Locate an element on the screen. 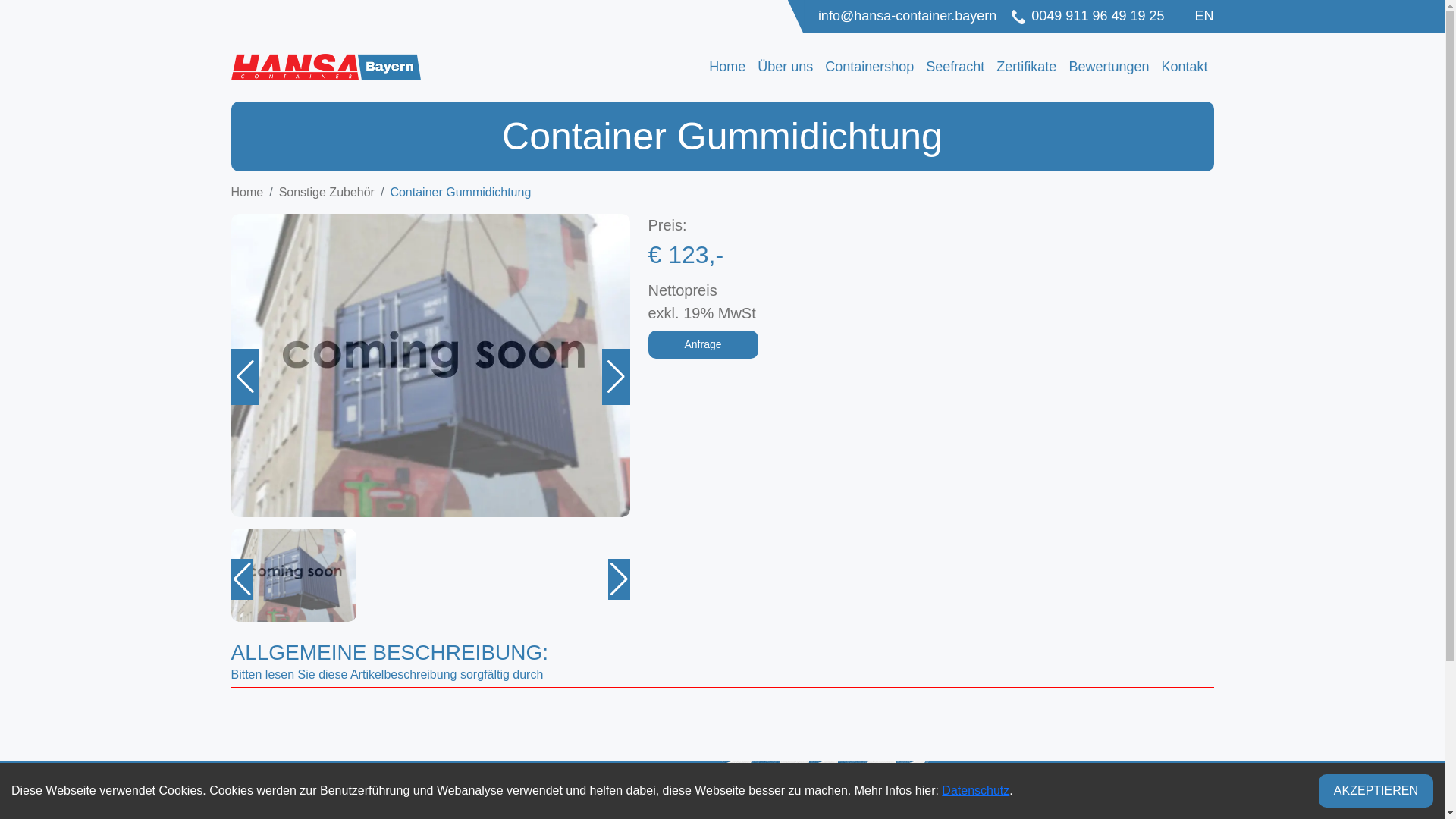 This screenshot has height=819, width=1456. 'EN' is located at coordinates (1203, 15).